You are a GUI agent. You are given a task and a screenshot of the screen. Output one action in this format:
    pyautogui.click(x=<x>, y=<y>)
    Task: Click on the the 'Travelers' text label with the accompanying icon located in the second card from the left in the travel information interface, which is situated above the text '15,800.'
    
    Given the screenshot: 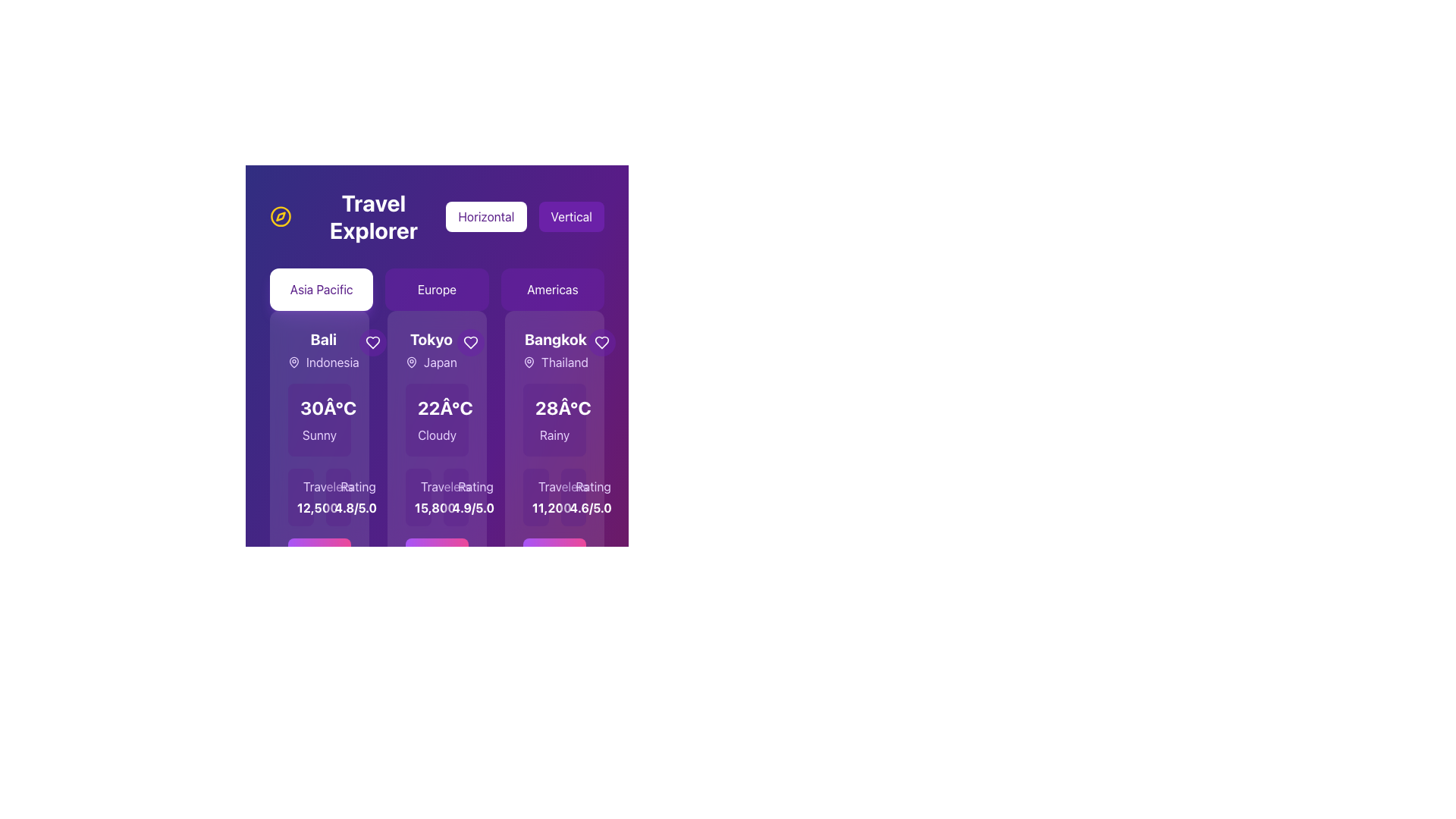 What is the action you would take?
    pyautogui.click(x=418, y=486)
    